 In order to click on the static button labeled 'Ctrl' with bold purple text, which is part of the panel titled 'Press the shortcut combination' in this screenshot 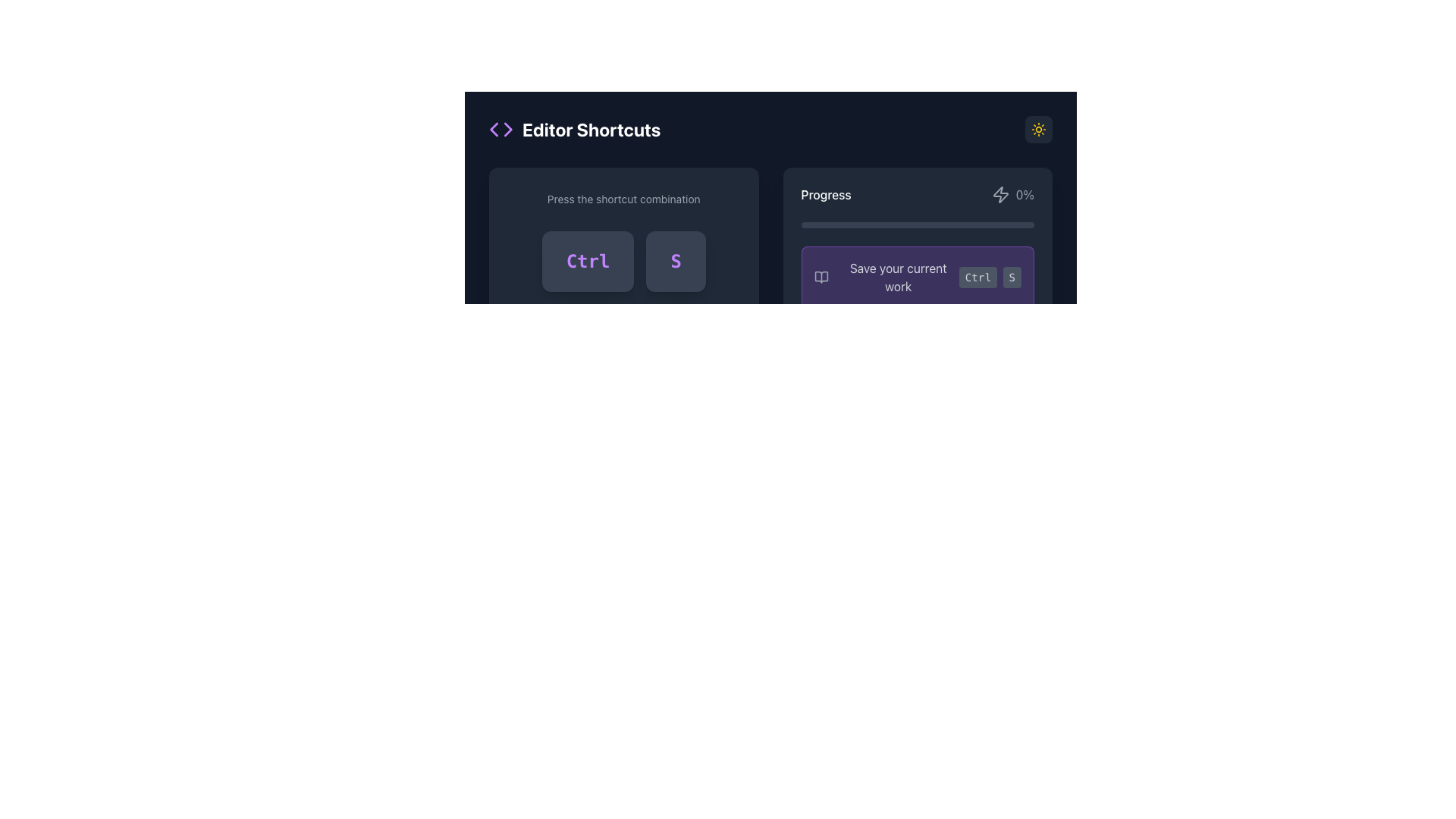, I will do `click(587, 260)`.